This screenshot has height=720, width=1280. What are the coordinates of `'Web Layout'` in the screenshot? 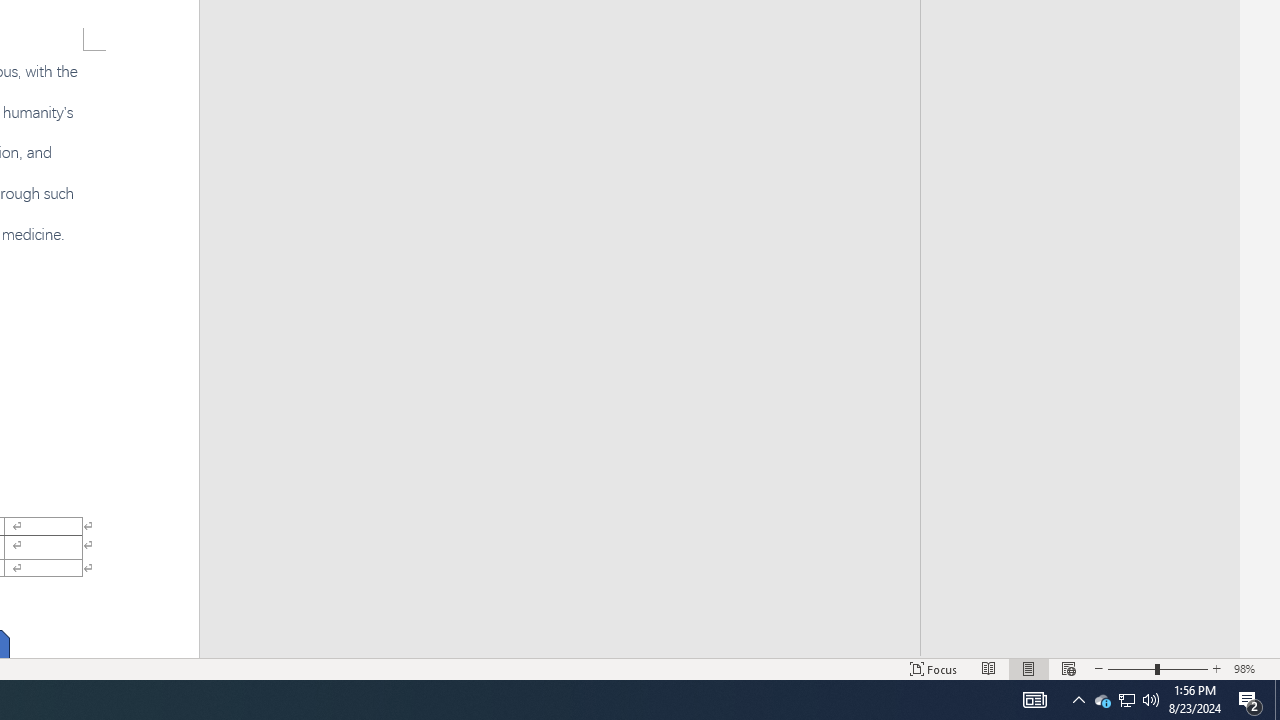 It's located at (1068, 669).